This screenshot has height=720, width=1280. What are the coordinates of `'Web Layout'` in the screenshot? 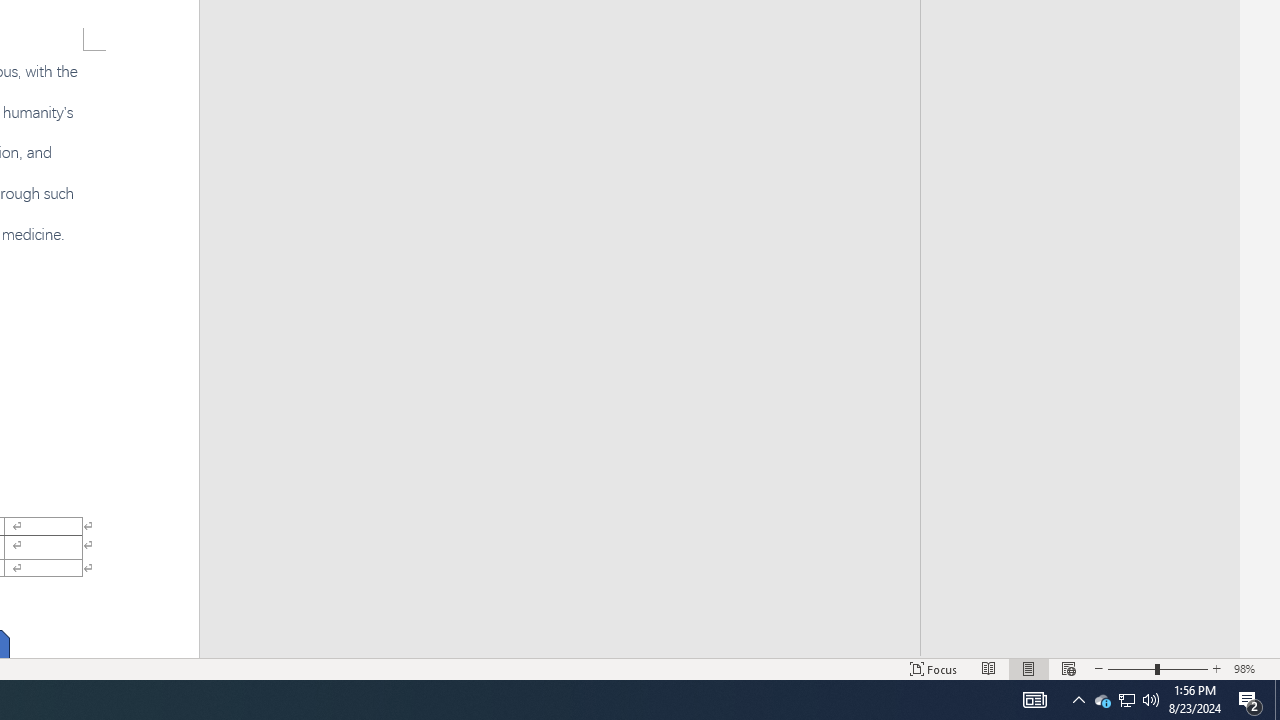 It's located at (1068, 669).